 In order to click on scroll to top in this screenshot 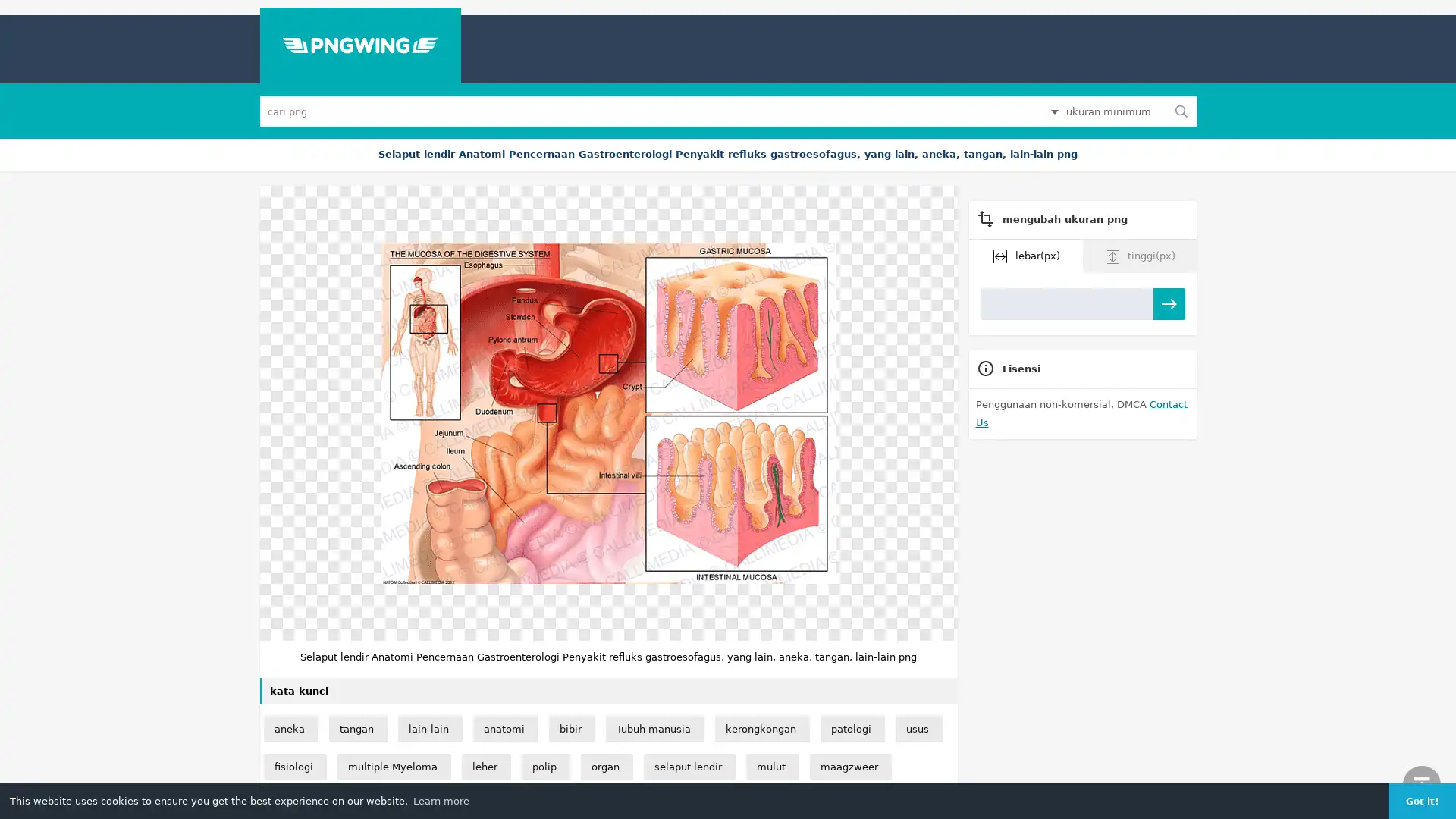, I will do `click(1421, 784)`.